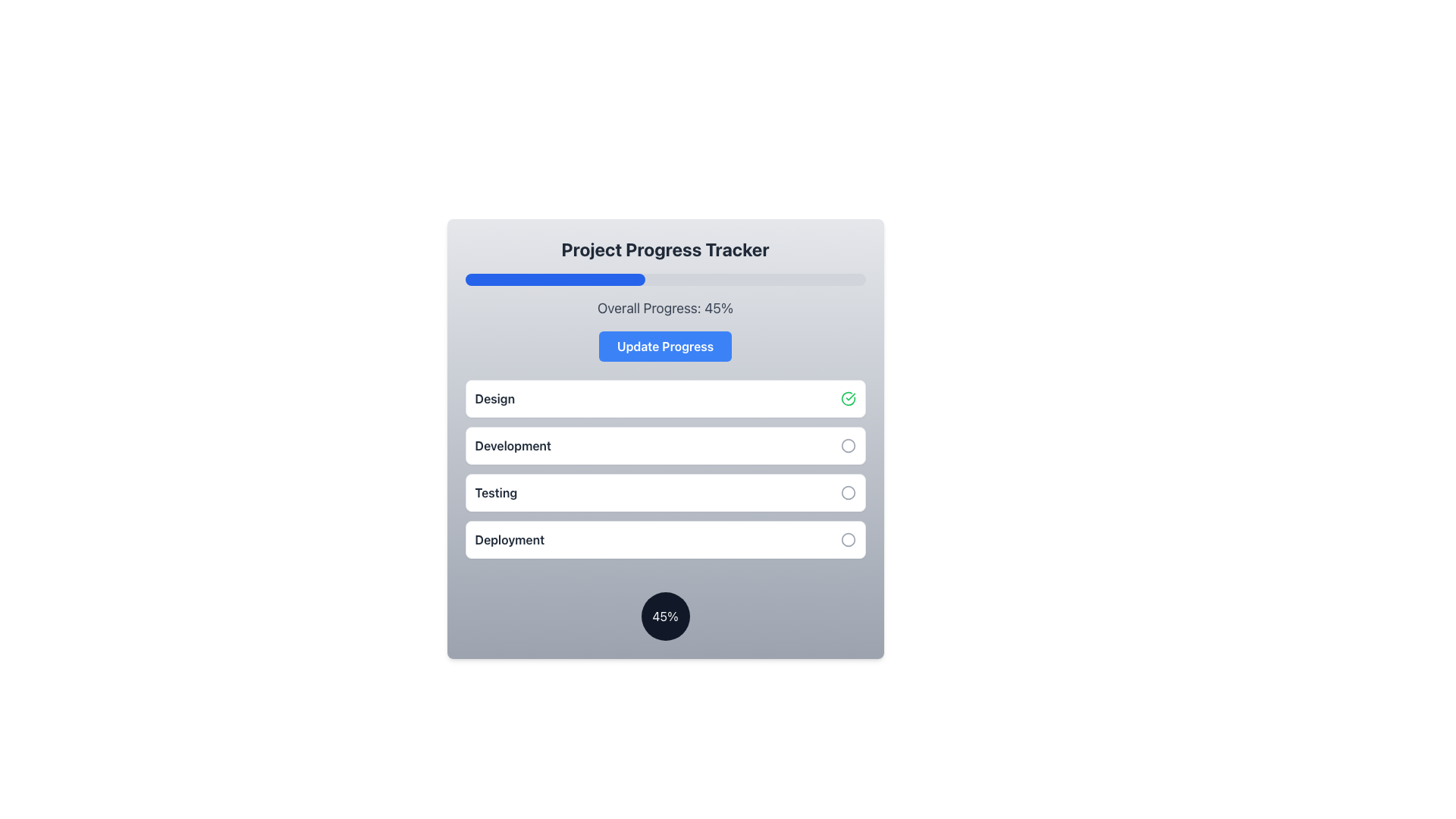 This screenshot has width=1456, height=819. What do you see at coordinates (665, 308) in the screenshot?
I see `the text label displaying 'Overall Progress: 45%', which is located below the blue progress bar and above the blue button labeled 'Update Progress'` at bounding box center [665, 308].